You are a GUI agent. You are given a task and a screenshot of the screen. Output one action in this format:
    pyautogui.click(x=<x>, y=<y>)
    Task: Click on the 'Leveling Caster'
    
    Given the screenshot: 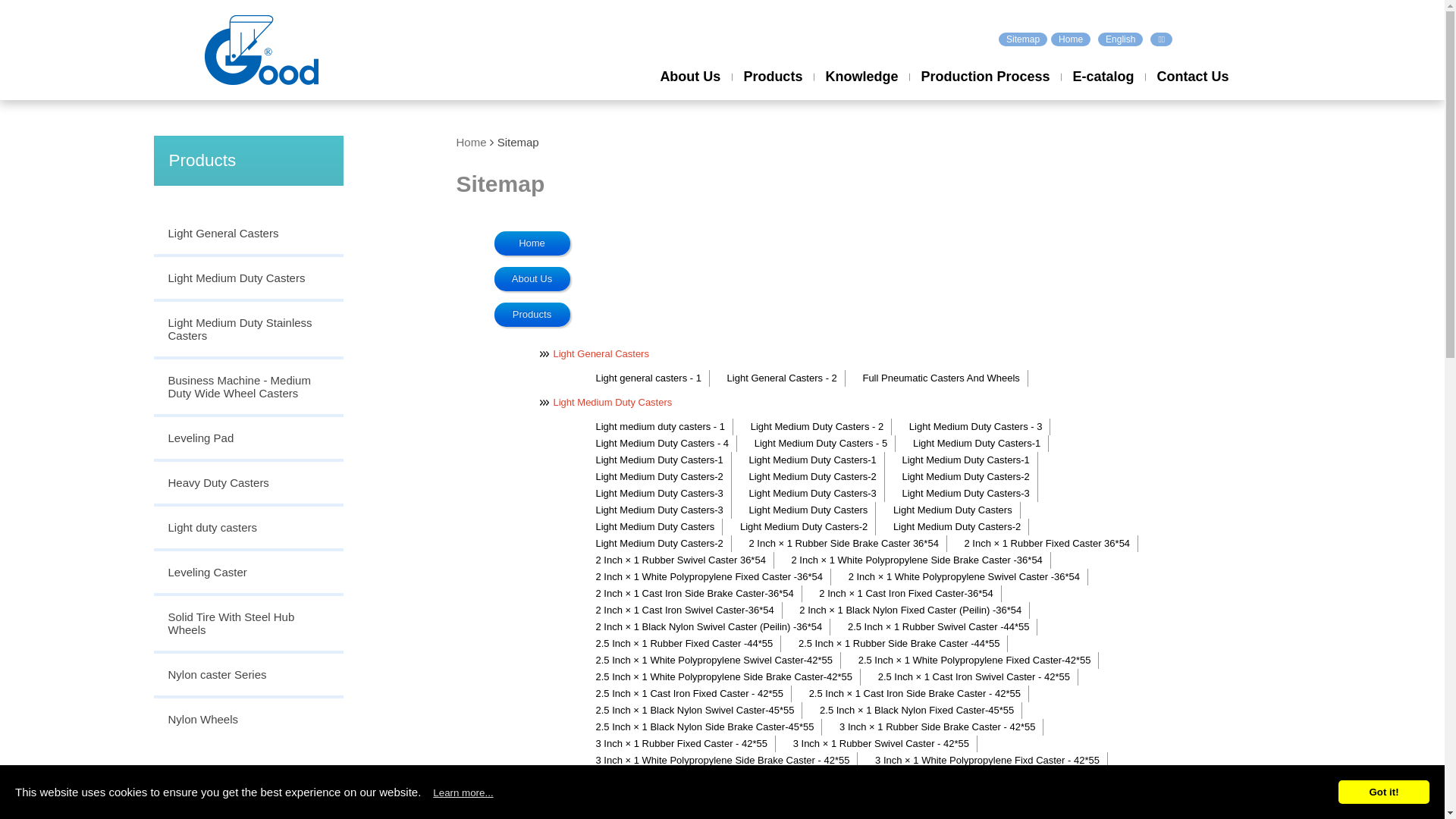 What is the action you would take?
    pyautogui.click(x=247, y=573)
    